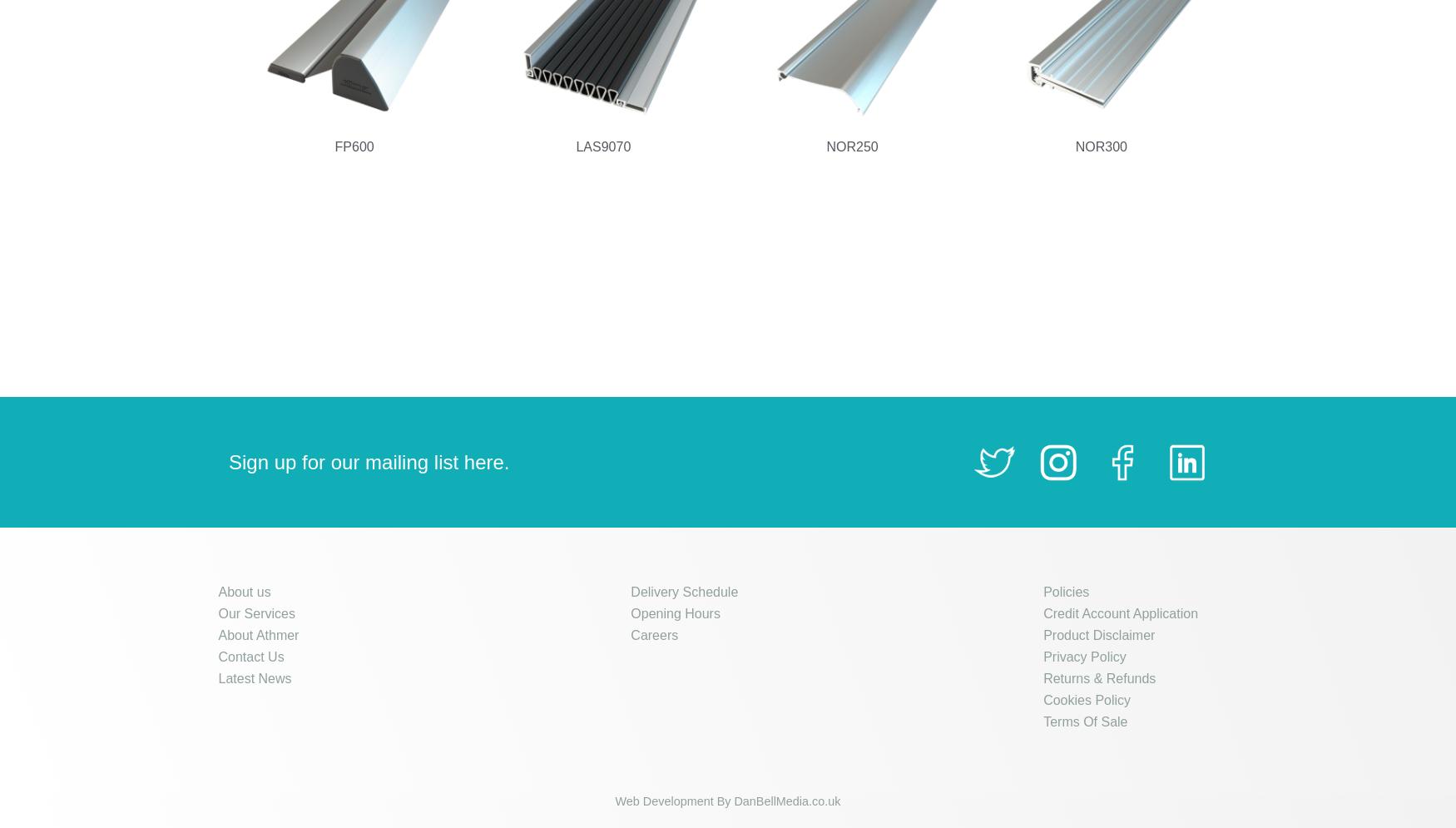 The height and width of the screenshot is (828, 1456). I want to click on 'Returns & Refunds', so click(1099, 677).